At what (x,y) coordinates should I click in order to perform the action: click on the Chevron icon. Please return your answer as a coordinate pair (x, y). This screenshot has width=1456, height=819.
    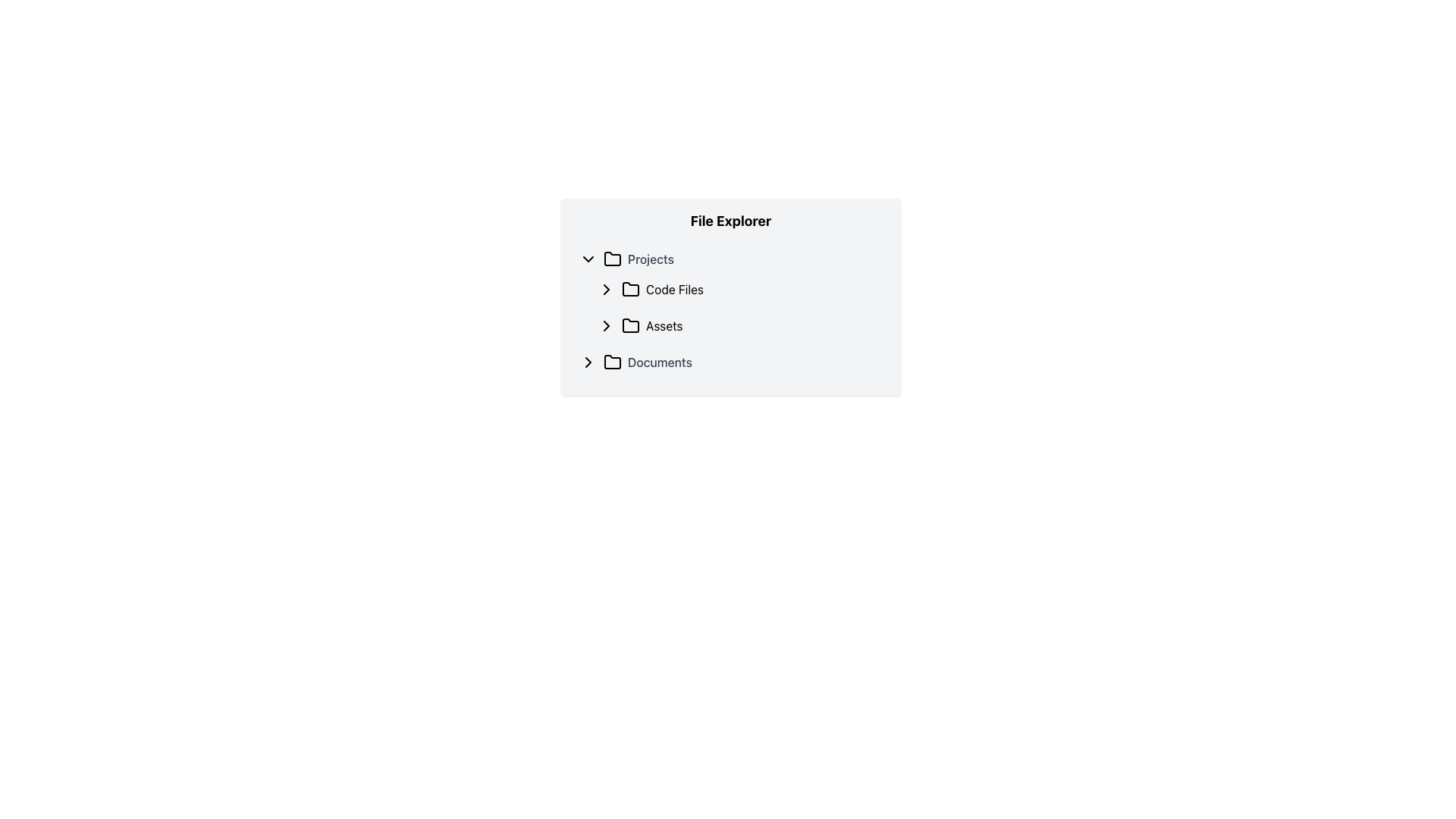
    Looking at the image, I should click on (588, 362).